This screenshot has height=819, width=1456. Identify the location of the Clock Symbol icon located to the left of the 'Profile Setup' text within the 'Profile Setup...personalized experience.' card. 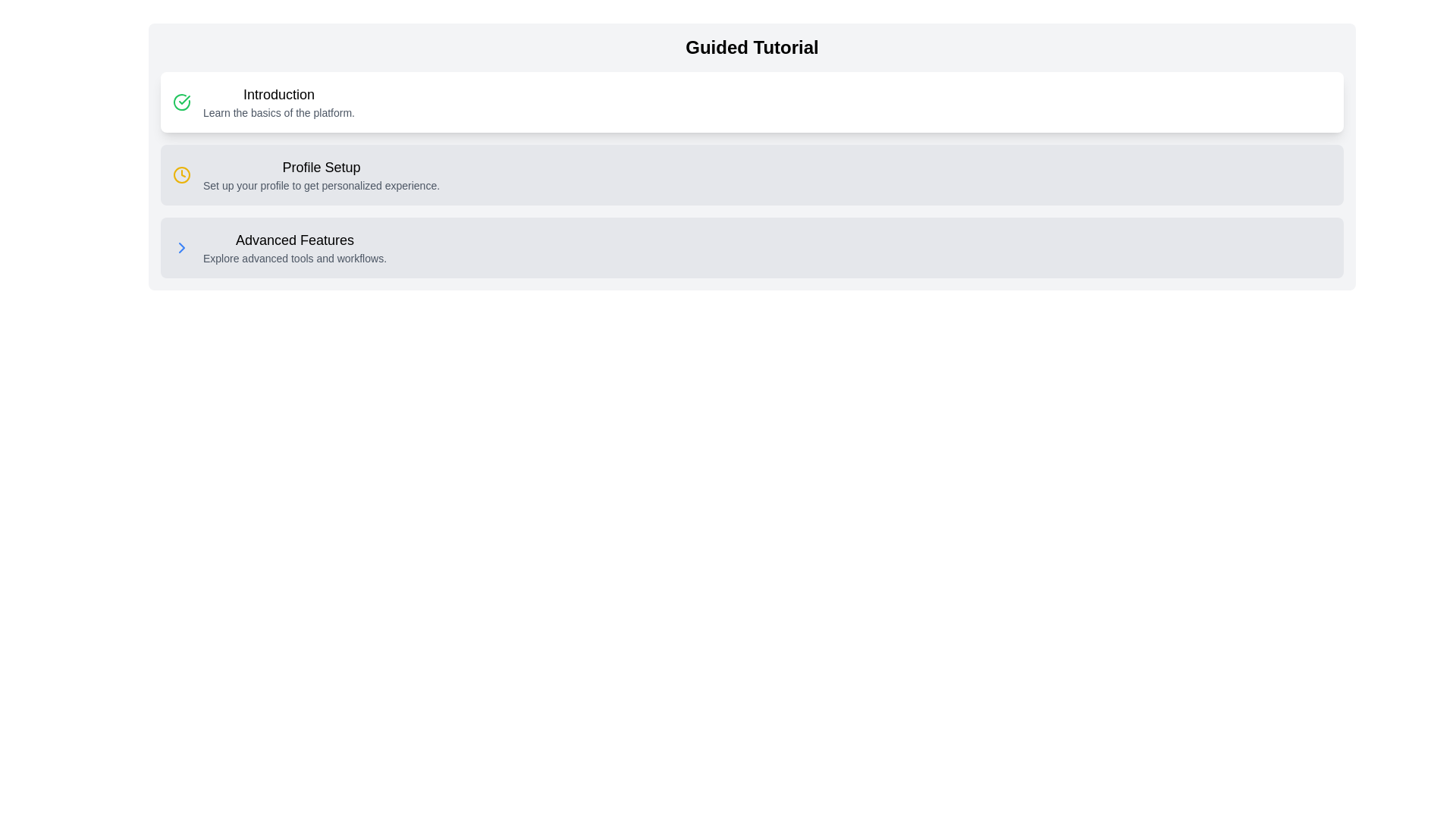
(182, 174).